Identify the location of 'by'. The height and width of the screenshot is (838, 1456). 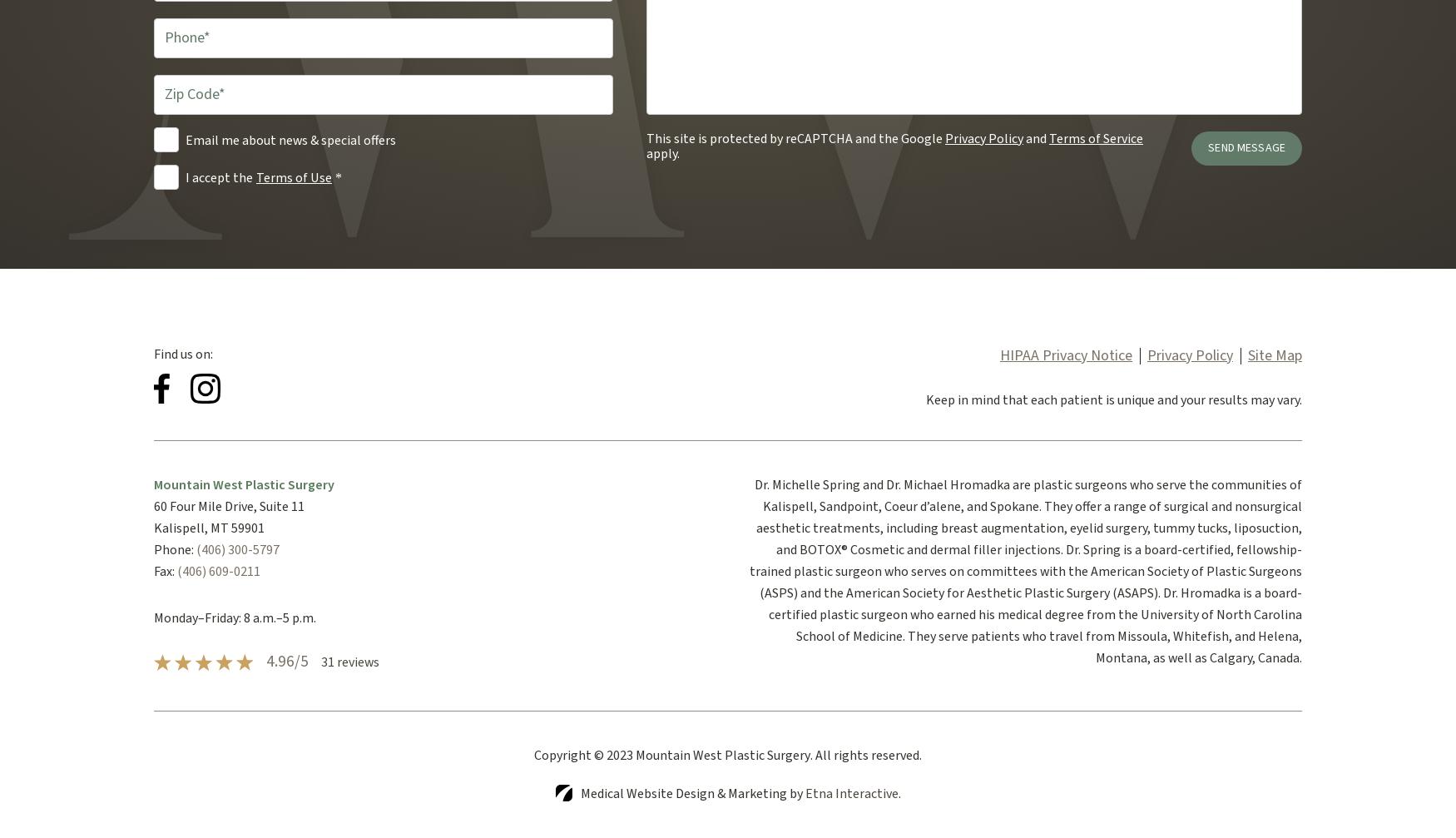
(796, 792).